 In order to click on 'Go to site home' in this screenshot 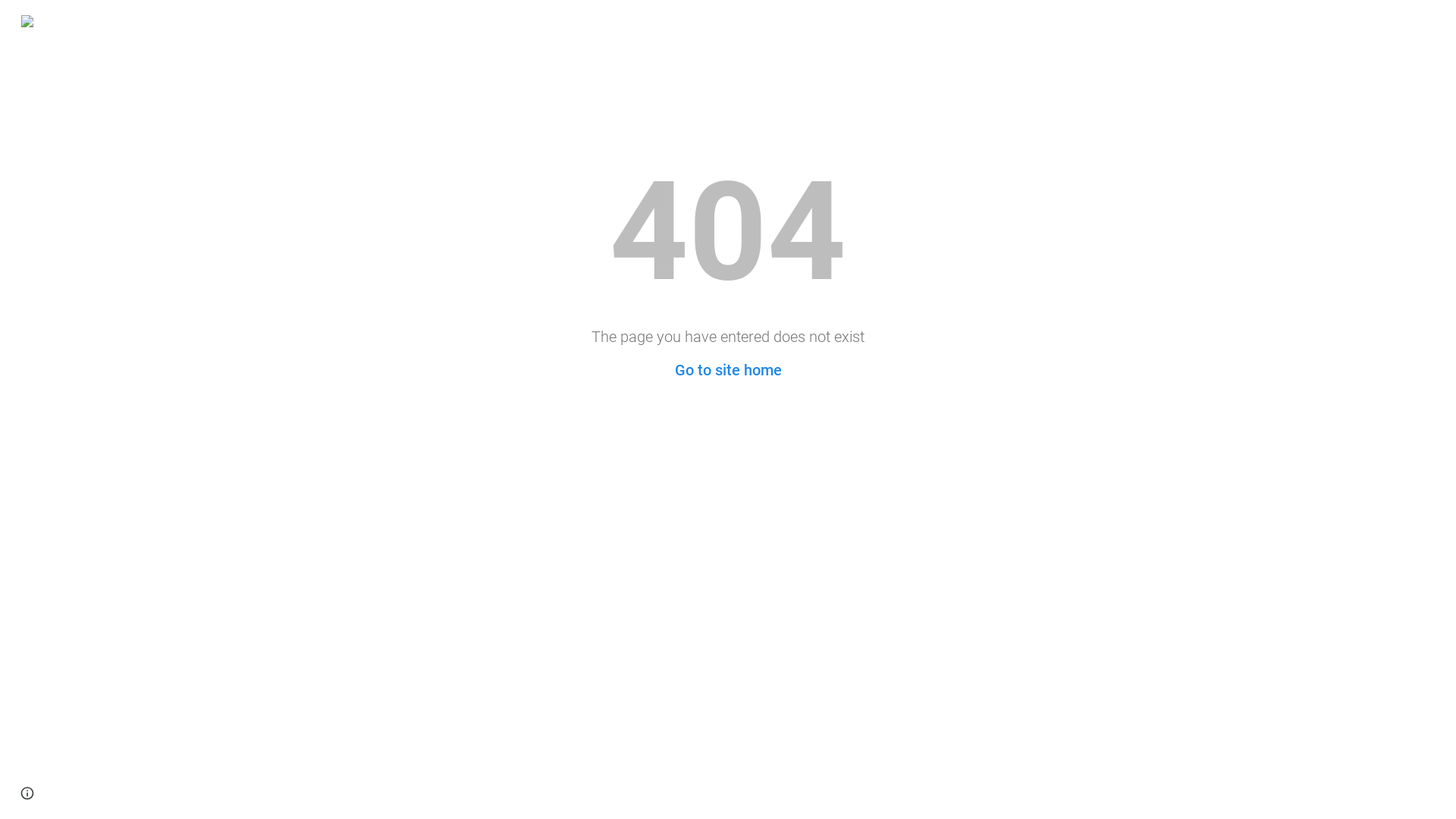, I will do `click(728, 370)`.